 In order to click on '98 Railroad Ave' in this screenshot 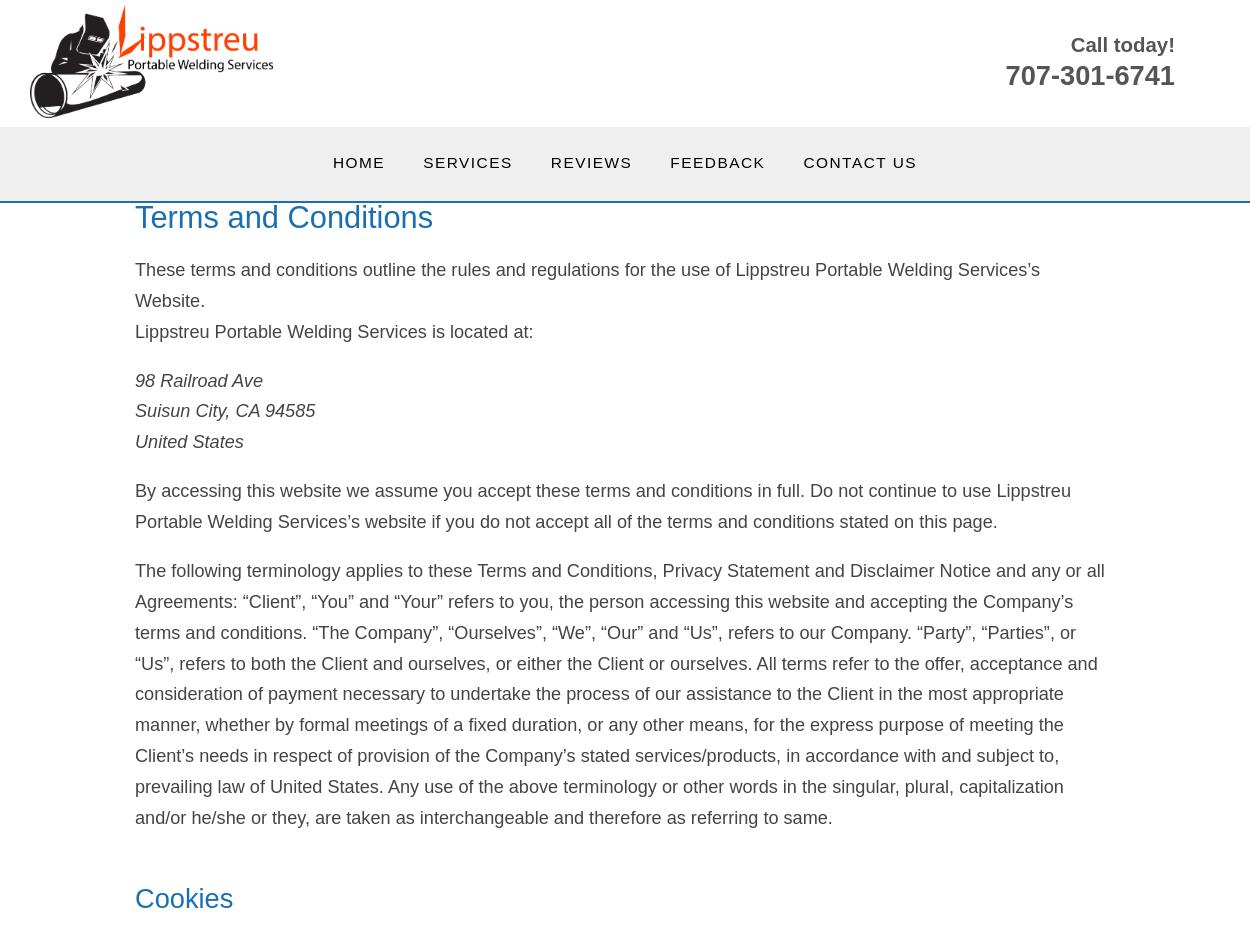, I will do `click(197, 379)`.